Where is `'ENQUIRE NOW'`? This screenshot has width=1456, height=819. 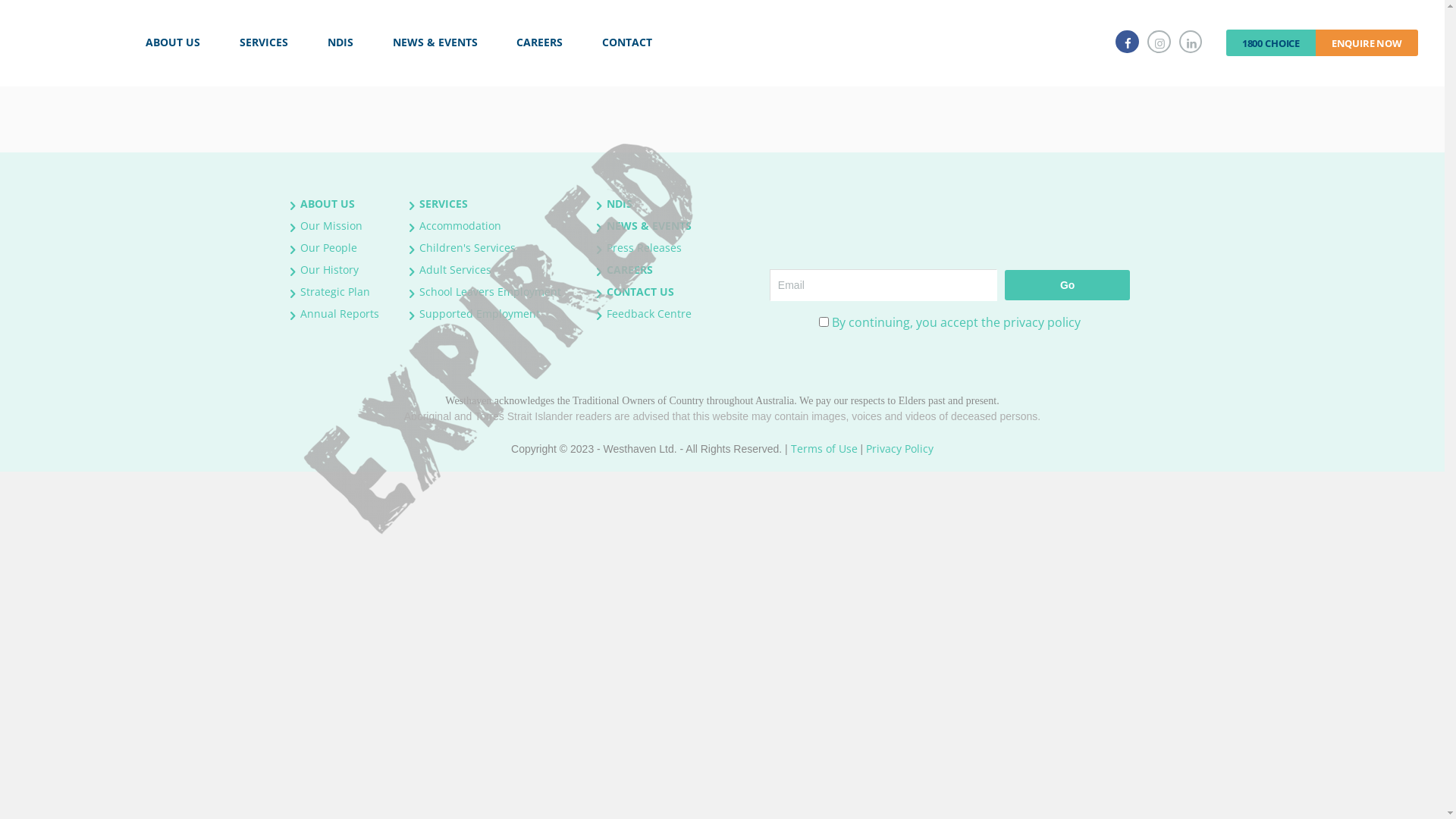 'ENQUIRE NOW' is located at coordinates (1367, 42).